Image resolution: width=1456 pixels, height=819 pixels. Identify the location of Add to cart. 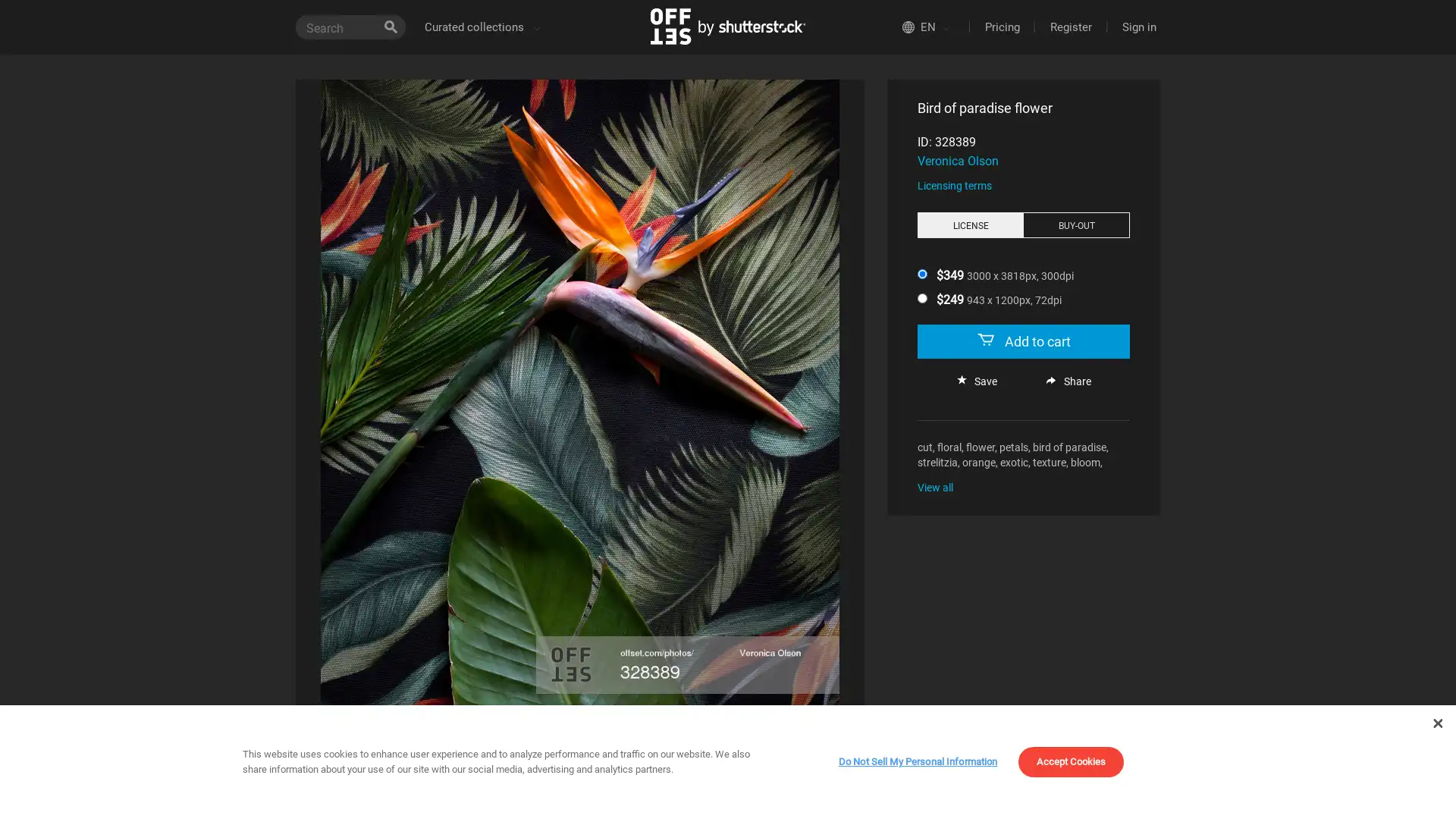
(1023, 341).